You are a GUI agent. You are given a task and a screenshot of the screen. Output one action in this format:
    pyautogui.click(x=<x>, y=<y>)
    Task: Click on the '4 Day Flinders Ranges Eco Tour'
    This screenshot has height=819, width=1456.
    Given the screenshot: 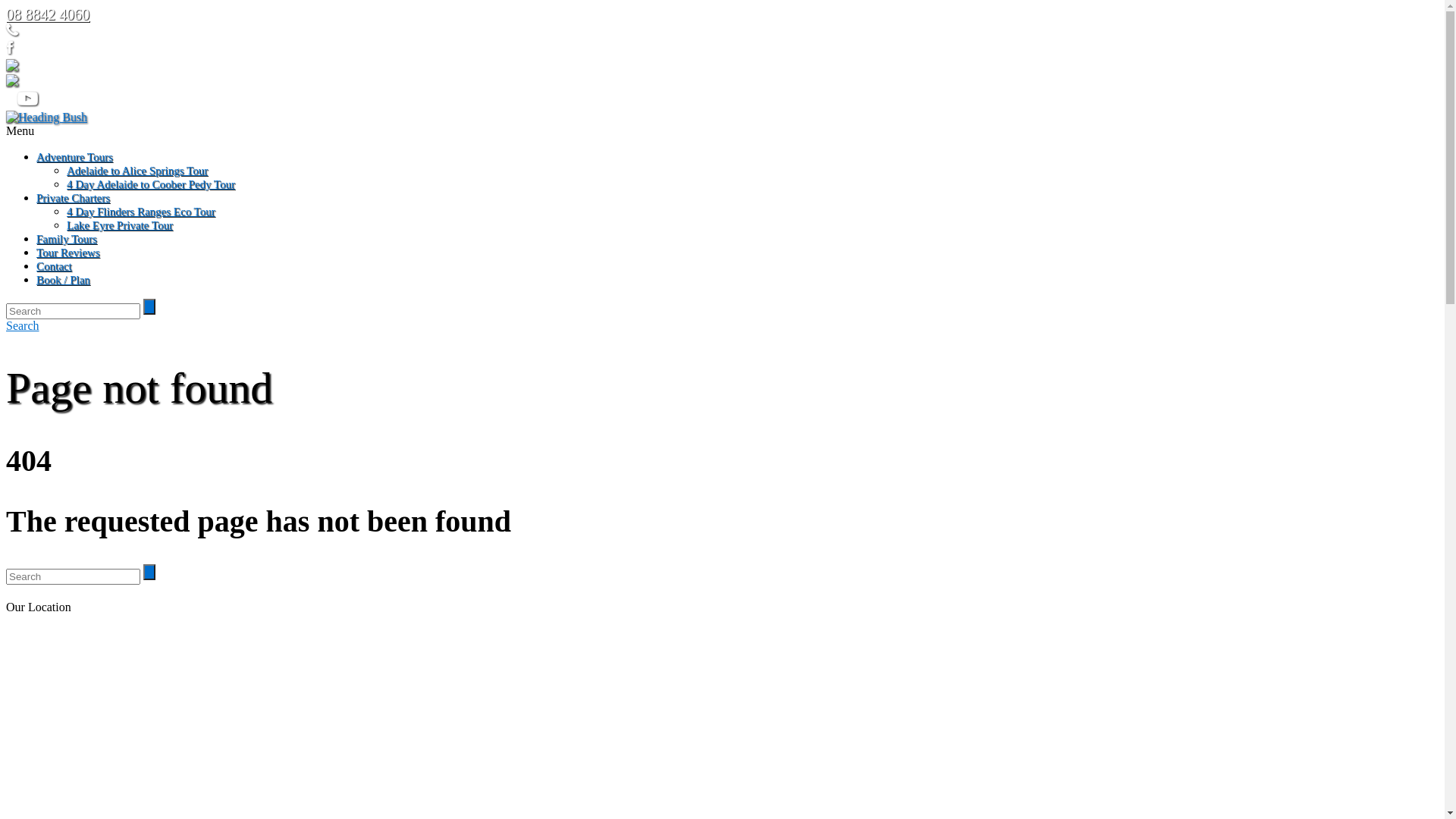 What is the action you would take?
    pyautogui.click(x=141, y=211)
    